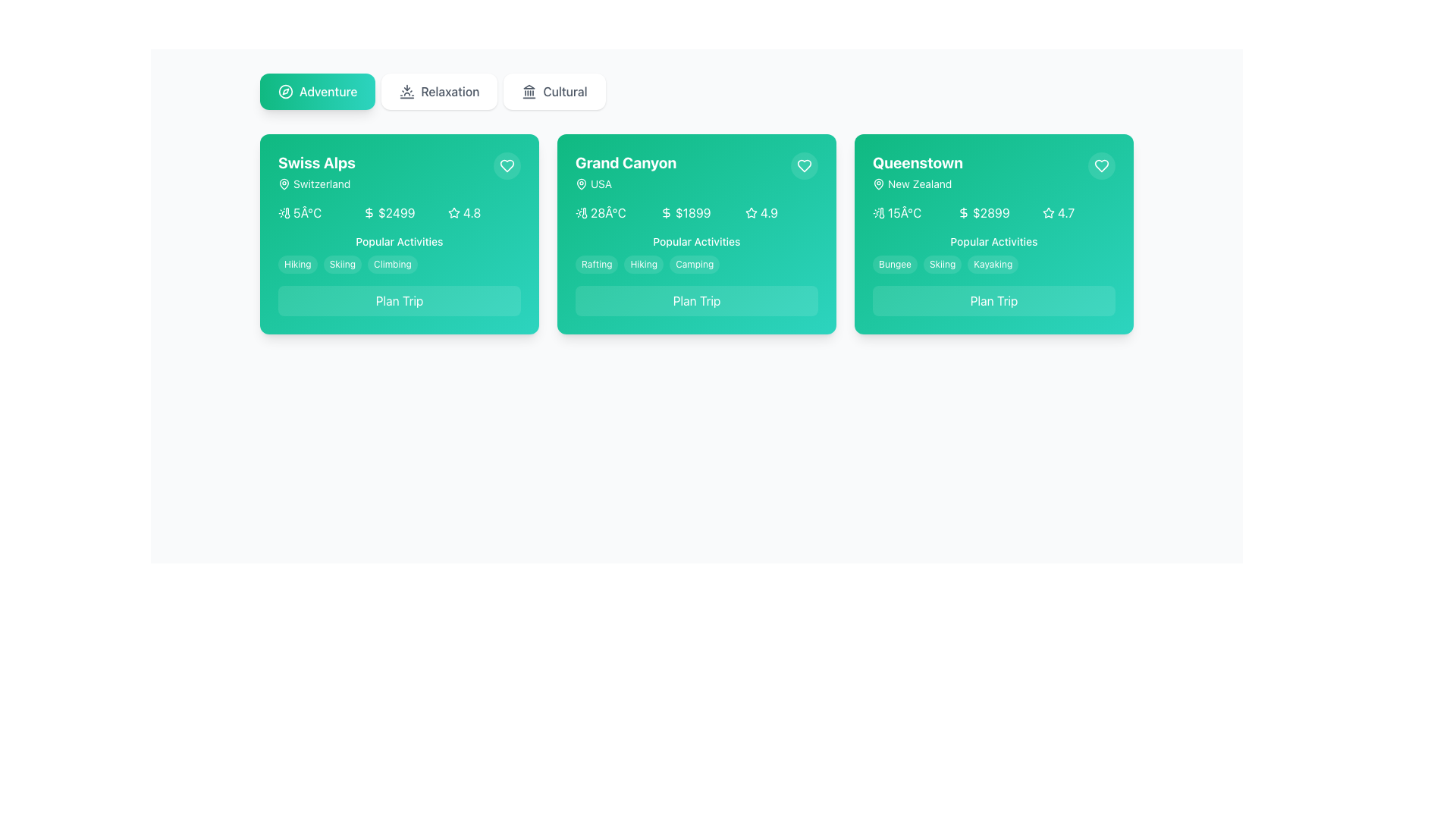 The image size is (1456, 819). I want to click on the temperature label for the 'Queenstown' location, which is located beneath the title 'New Zealand' and to the left of the price text '$2899', so click(909, 213).